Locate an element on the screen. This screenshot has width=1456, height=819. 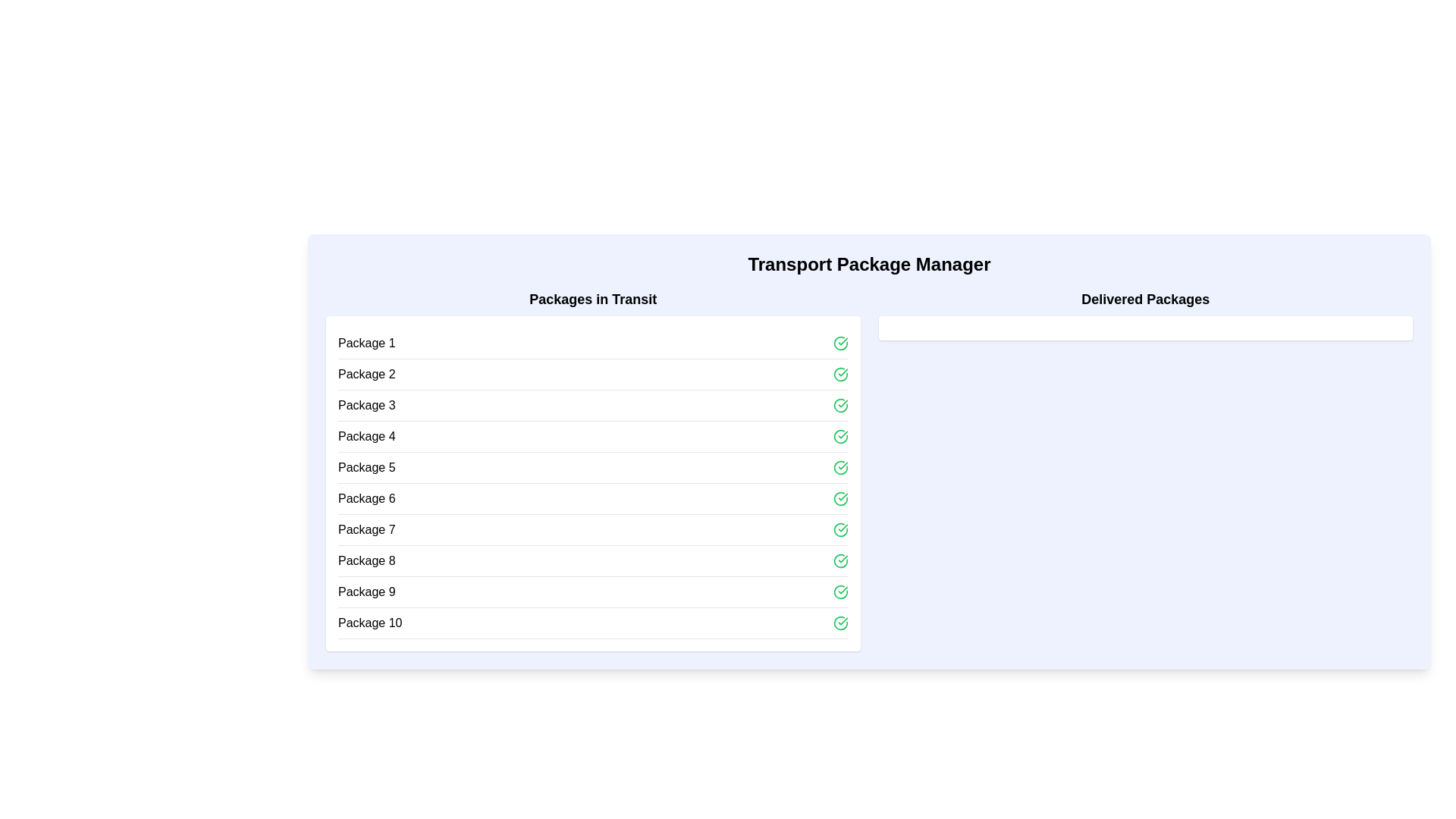
the green circular icon with a checkmark next to 'Package 5' is located at coordinates (839, 467).